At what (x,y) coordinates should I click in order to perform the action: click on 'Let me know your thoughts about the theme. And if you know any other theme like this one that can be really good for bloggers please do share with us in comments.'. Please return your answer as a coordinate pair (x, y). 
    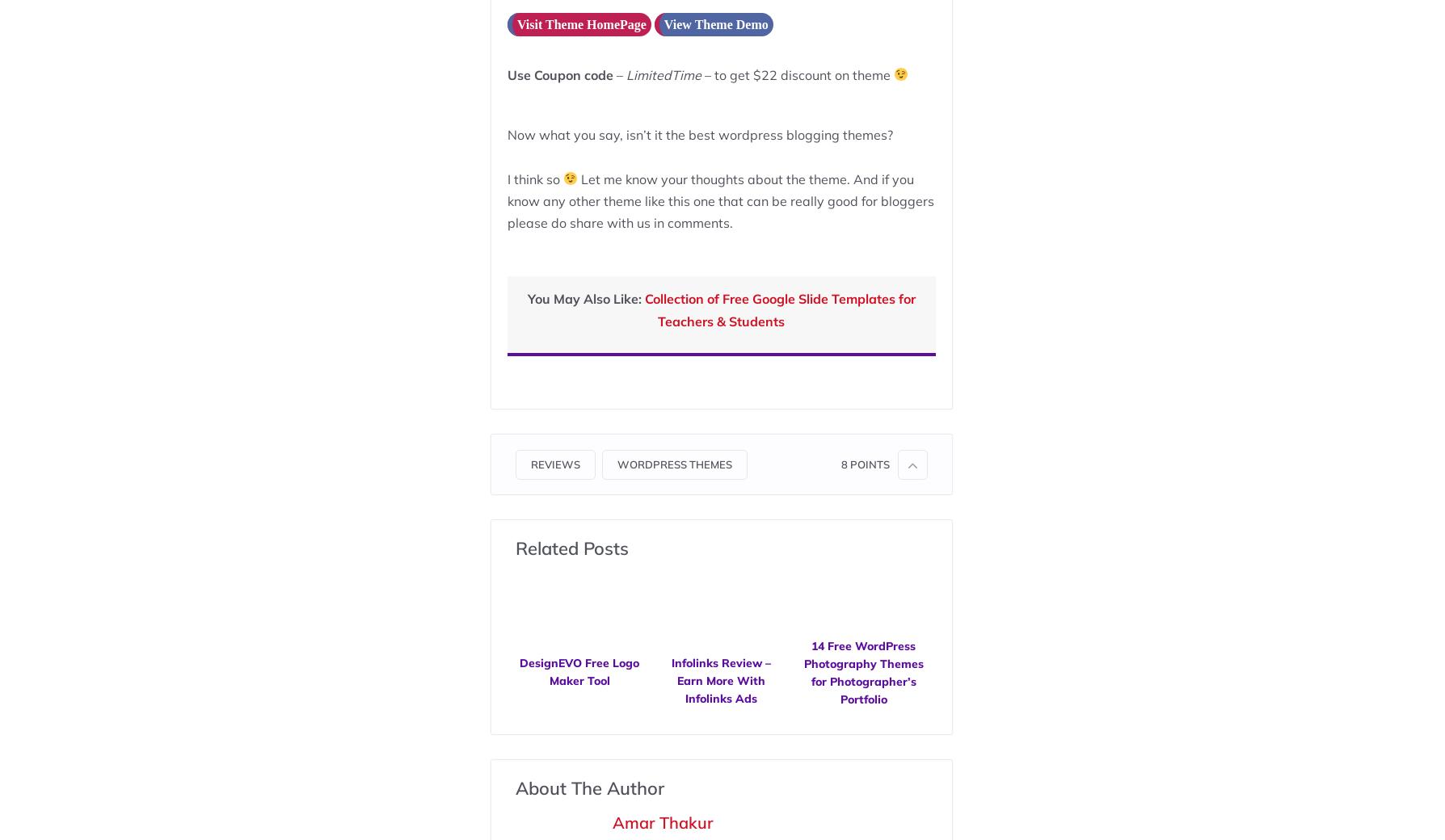
    Looking at the image, I should click on (718, 200).